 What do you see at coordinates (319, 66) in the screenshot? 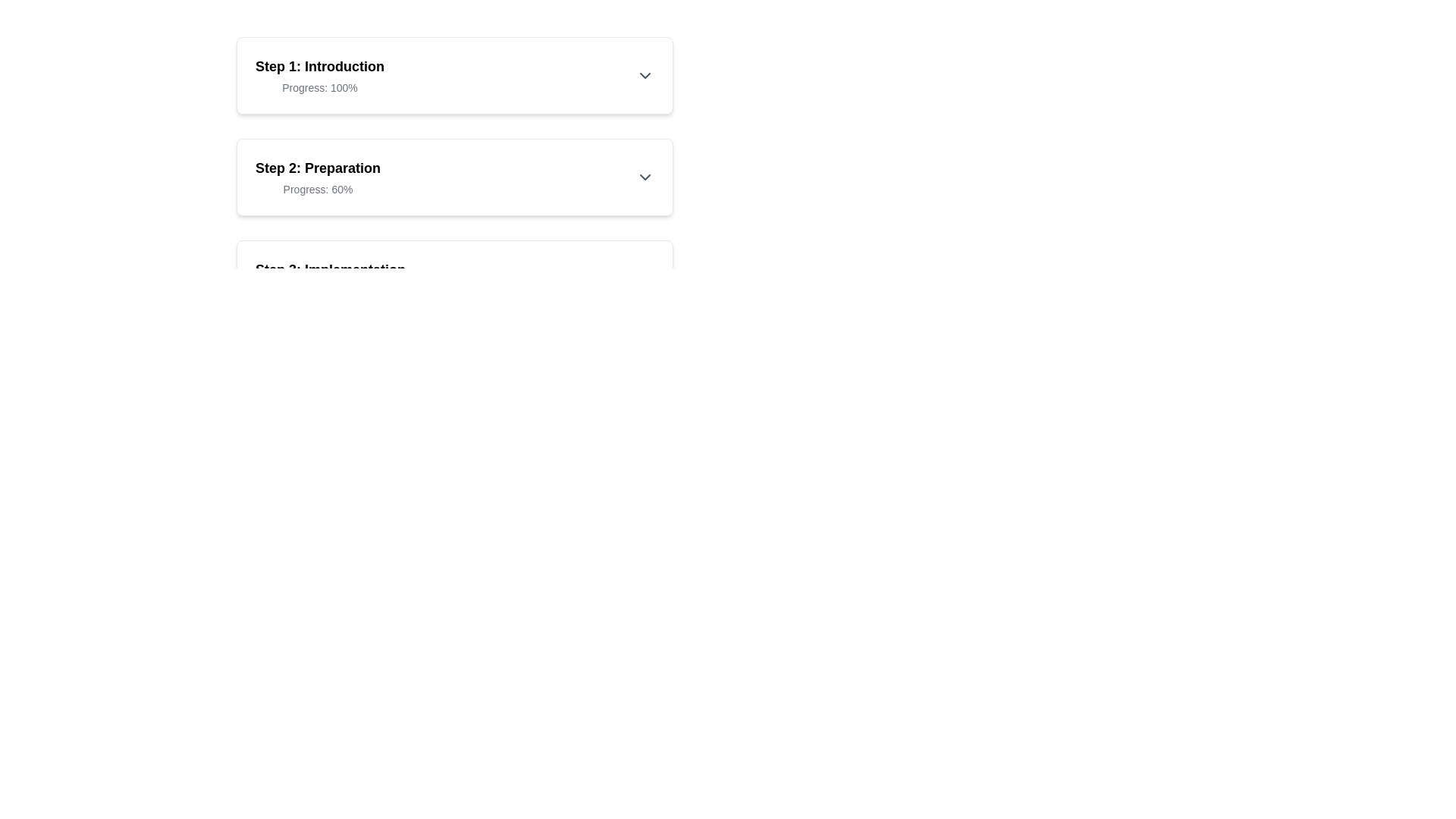
I see `the text label 'Step 1: Introduction' which indicates the first step of a multi-step process, located at the top of the list of steps` at bounding box center [319, 66].